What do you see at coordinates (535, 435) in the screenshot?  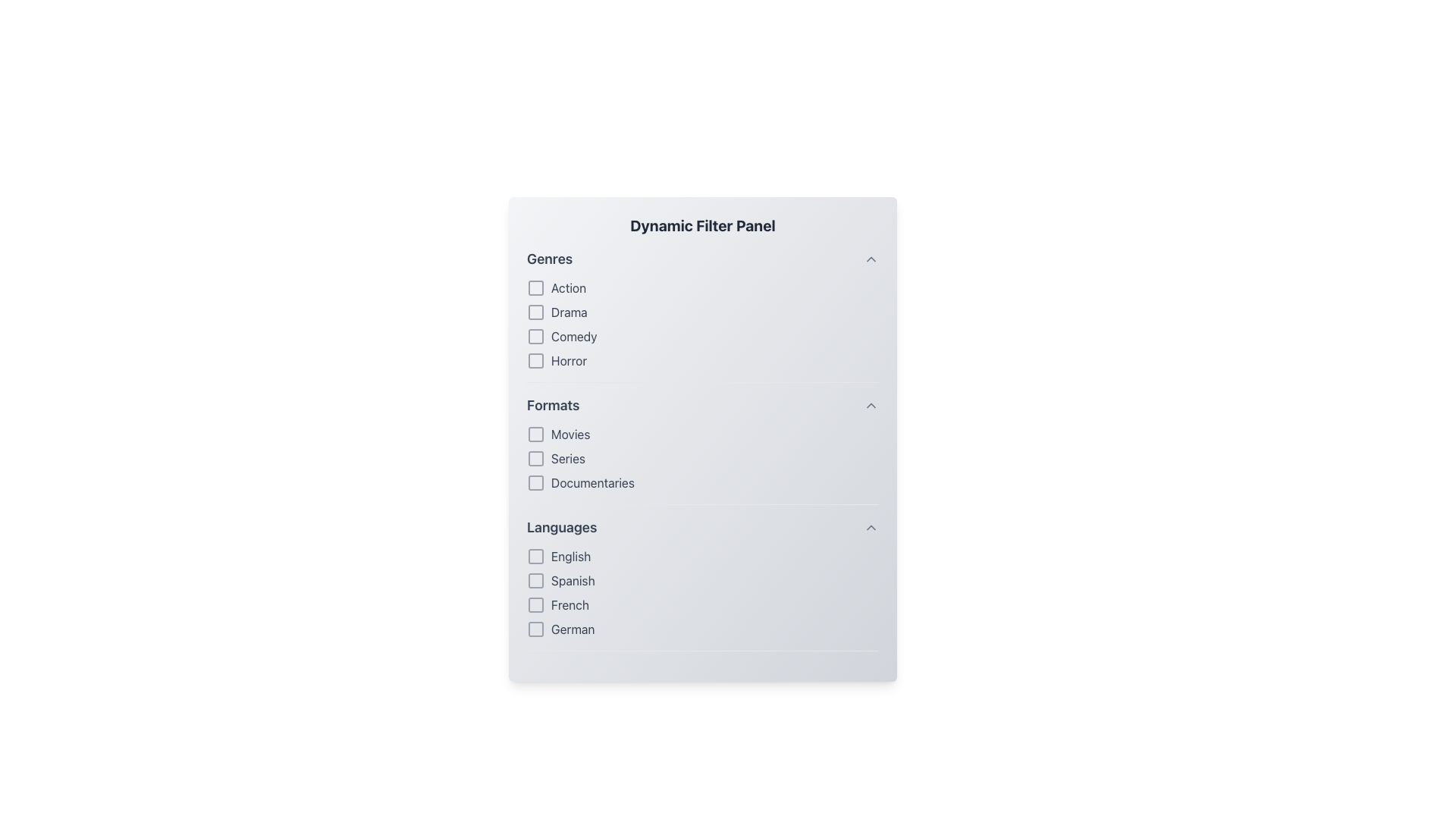 I see `the small, gray checkbox icon located in the 'Formats' section of the filter panel, beneath the 'Movies' label` at bounding box center [535, 435].